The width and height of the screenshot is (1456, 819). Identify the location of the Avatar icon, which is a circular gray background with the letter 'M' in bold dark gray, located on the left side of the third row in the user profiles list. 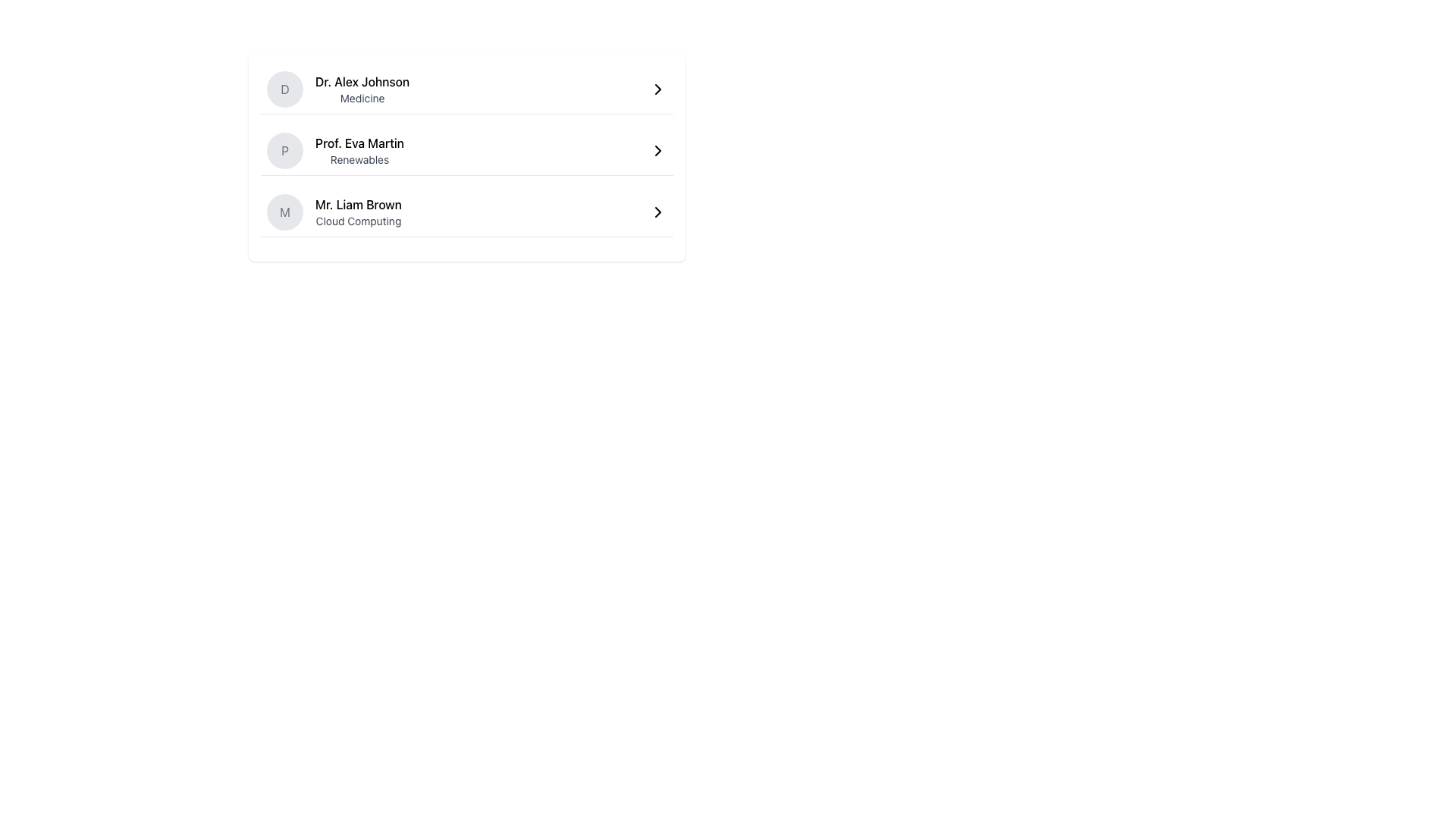
(284, 212).